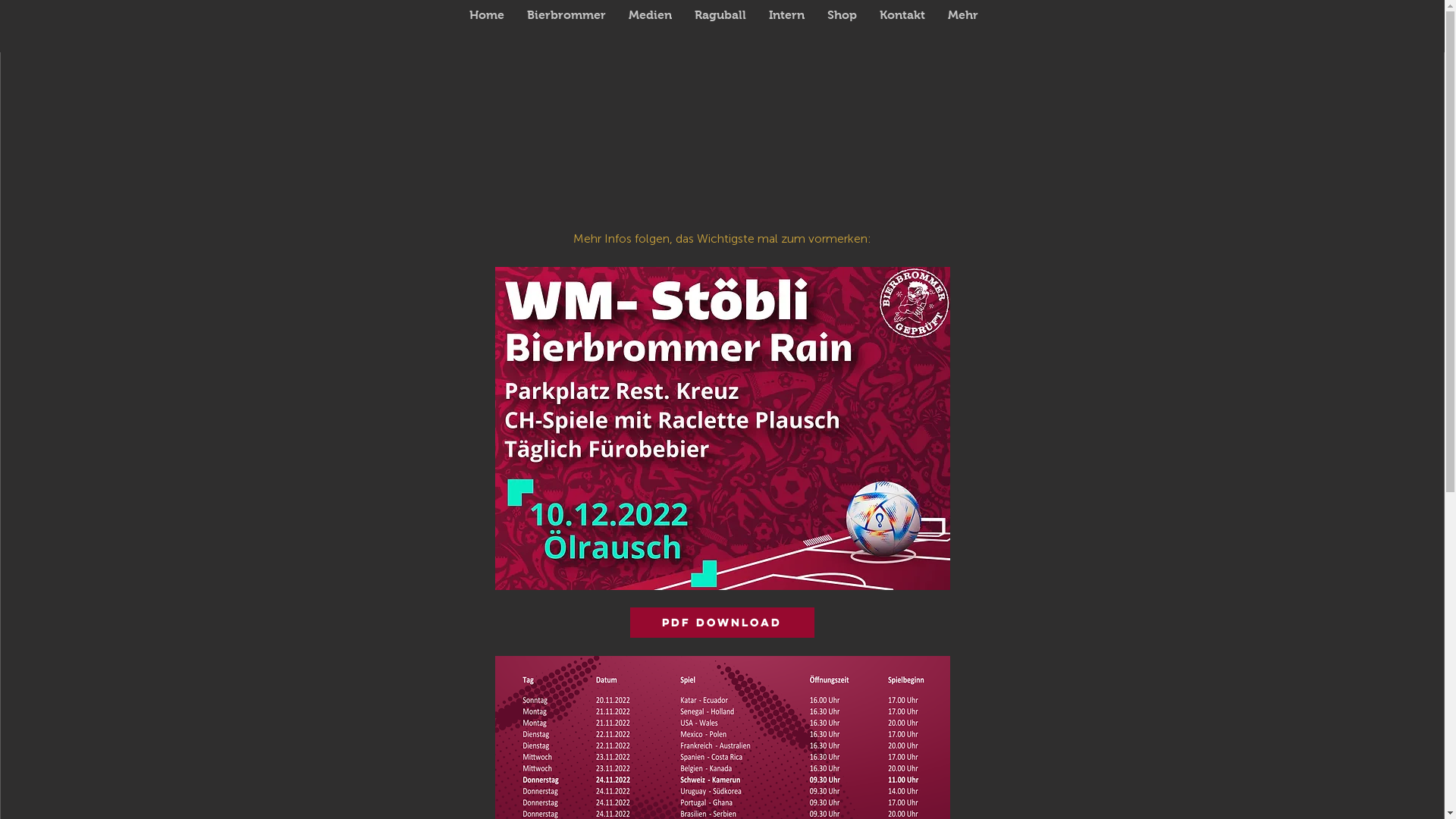 The height and width of the screenshot is (819, 1456). What do you see at coordinates (487, 26) in the screenshot?
I see `'Home'` at bounding box center [487, 26].